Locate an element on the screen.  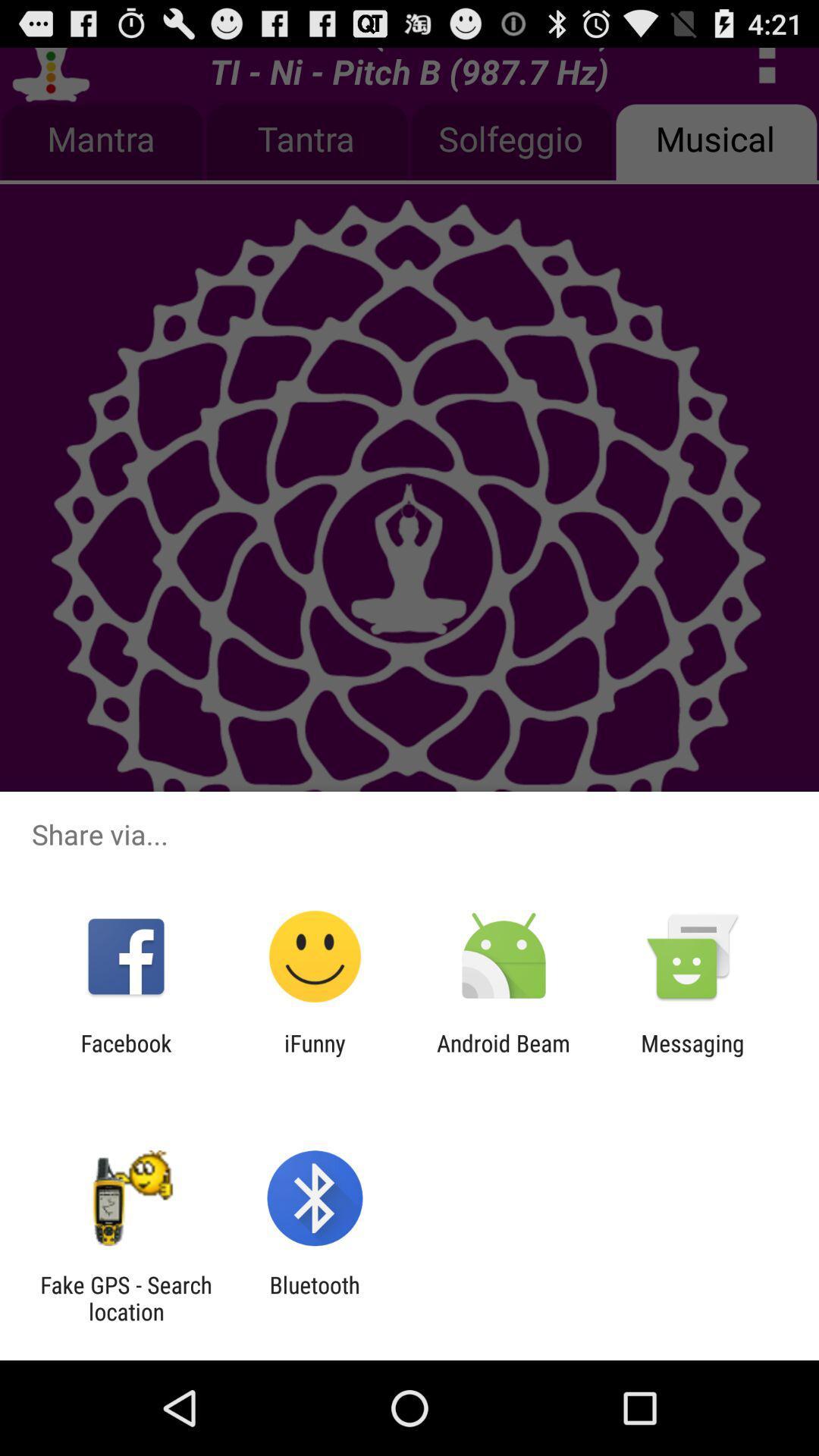
item to the right of the ifunny item is located at coordinates (504, 1056).